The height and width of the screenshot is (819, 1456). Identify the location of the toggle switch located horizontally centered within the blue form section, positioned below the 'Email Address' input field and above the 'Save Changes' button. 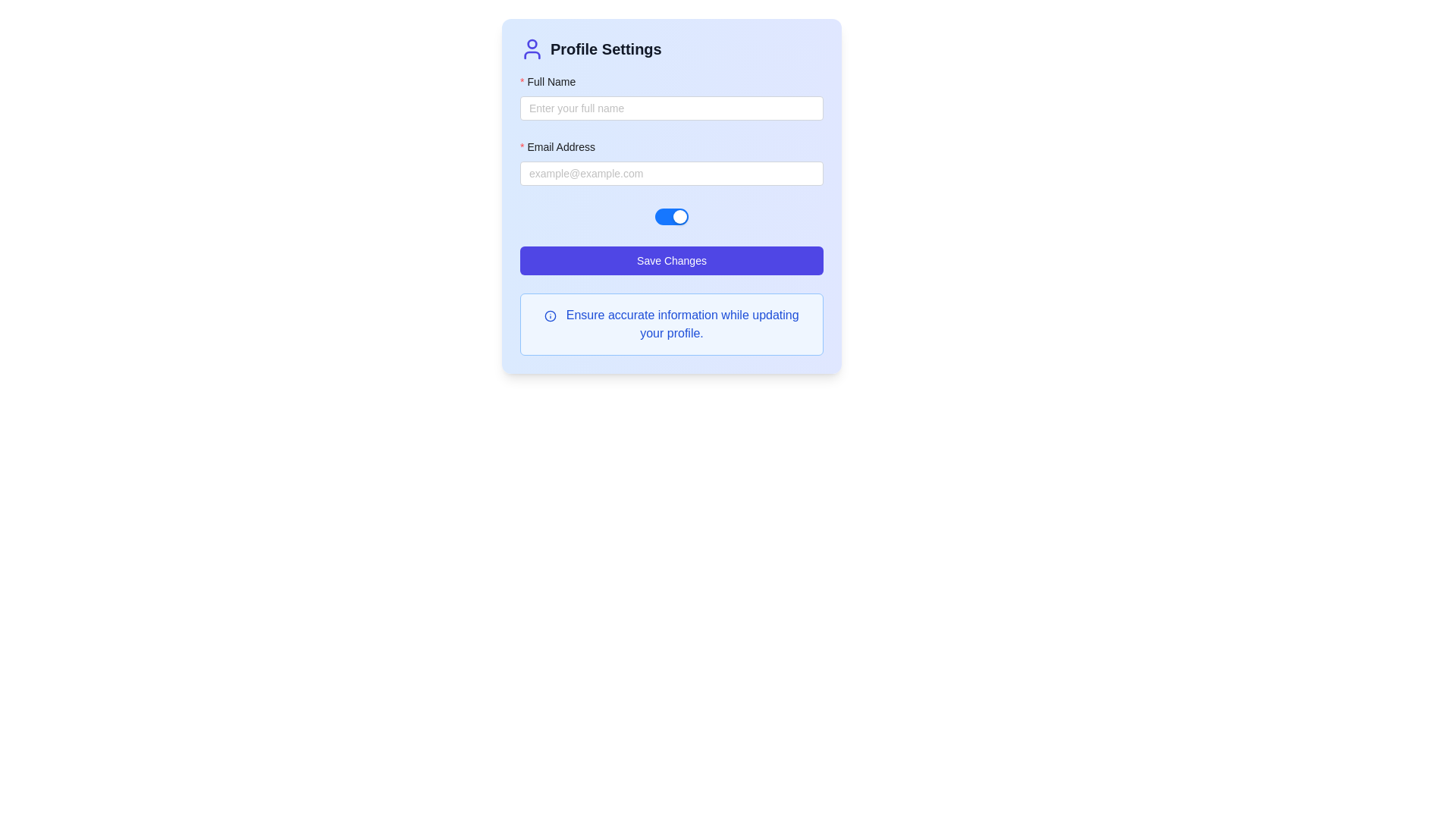
(671, 215).